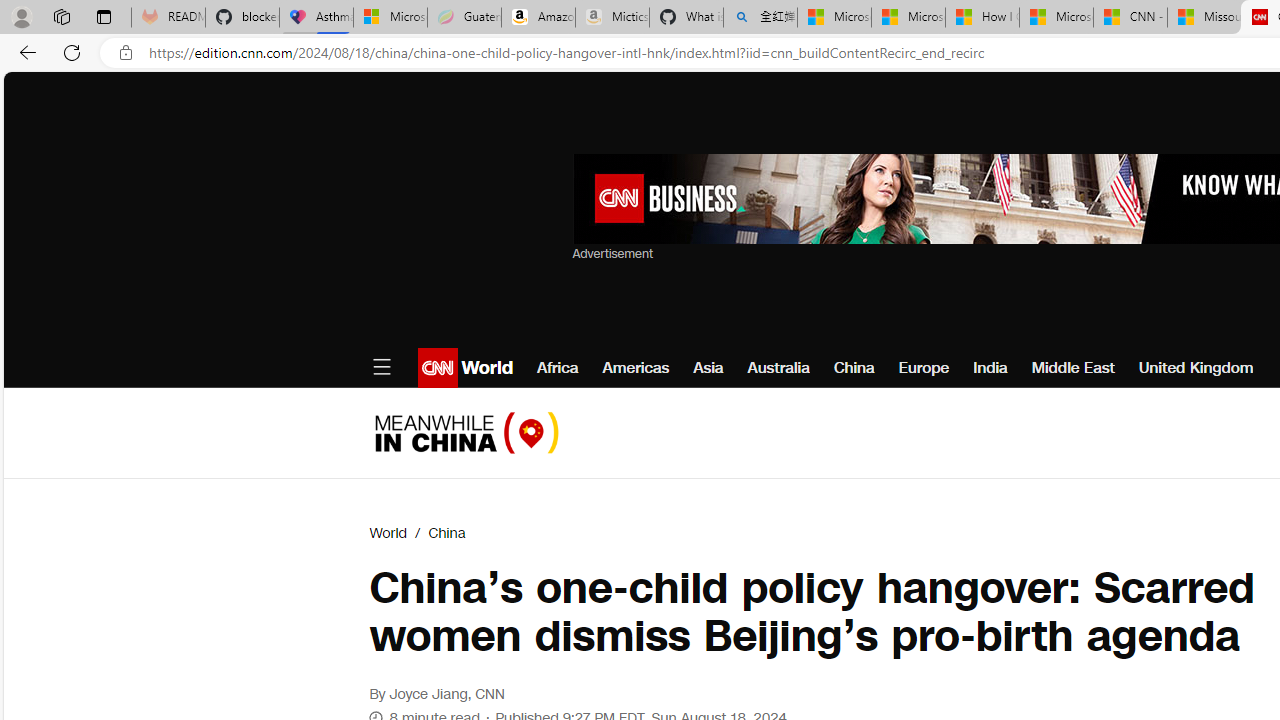 This screenshot has height=720, width=1280. Describe the element at coordinates (1196, 367) in the screenshot. I see `'United Kingdom'` at that location.